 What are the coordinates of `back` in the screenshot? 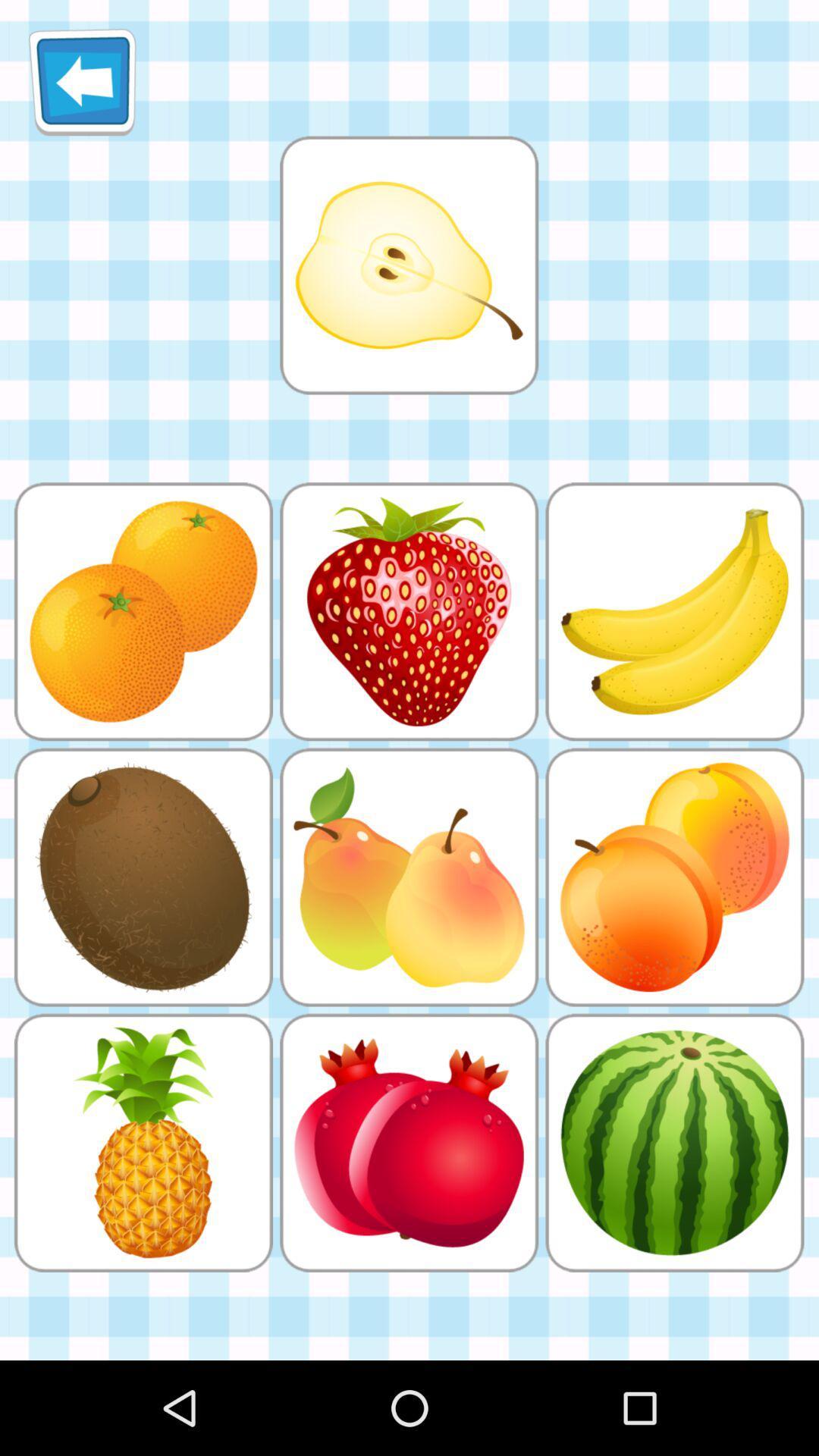 It's located at (82, 81).